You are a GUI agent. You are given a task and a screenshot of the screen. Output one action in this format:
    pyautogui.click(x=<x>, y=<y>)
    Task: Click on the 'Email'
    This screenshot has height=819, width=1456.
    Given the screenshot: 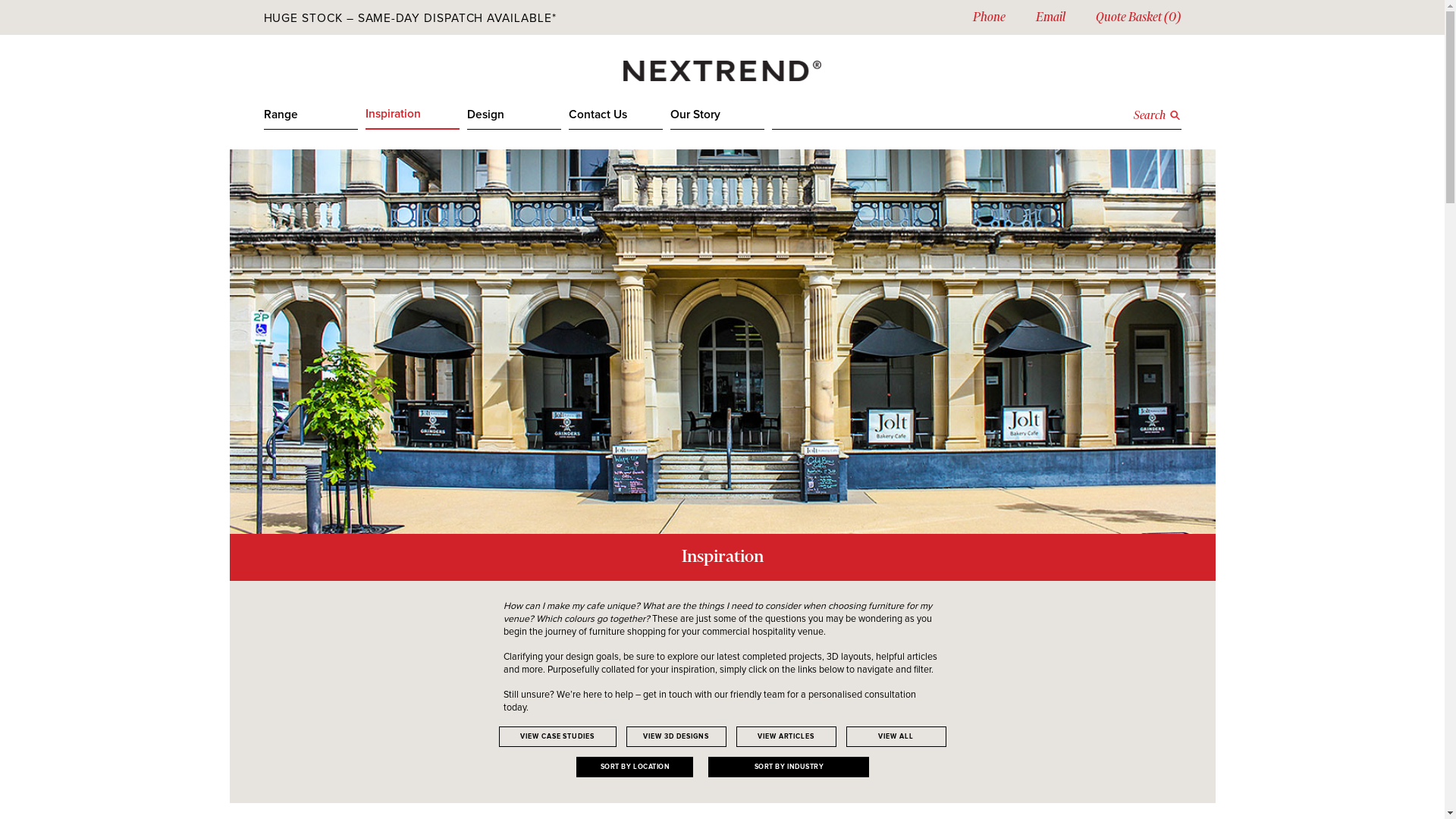 What is the action you would take?
    pyautogui.click(x=1050, y=17)
    